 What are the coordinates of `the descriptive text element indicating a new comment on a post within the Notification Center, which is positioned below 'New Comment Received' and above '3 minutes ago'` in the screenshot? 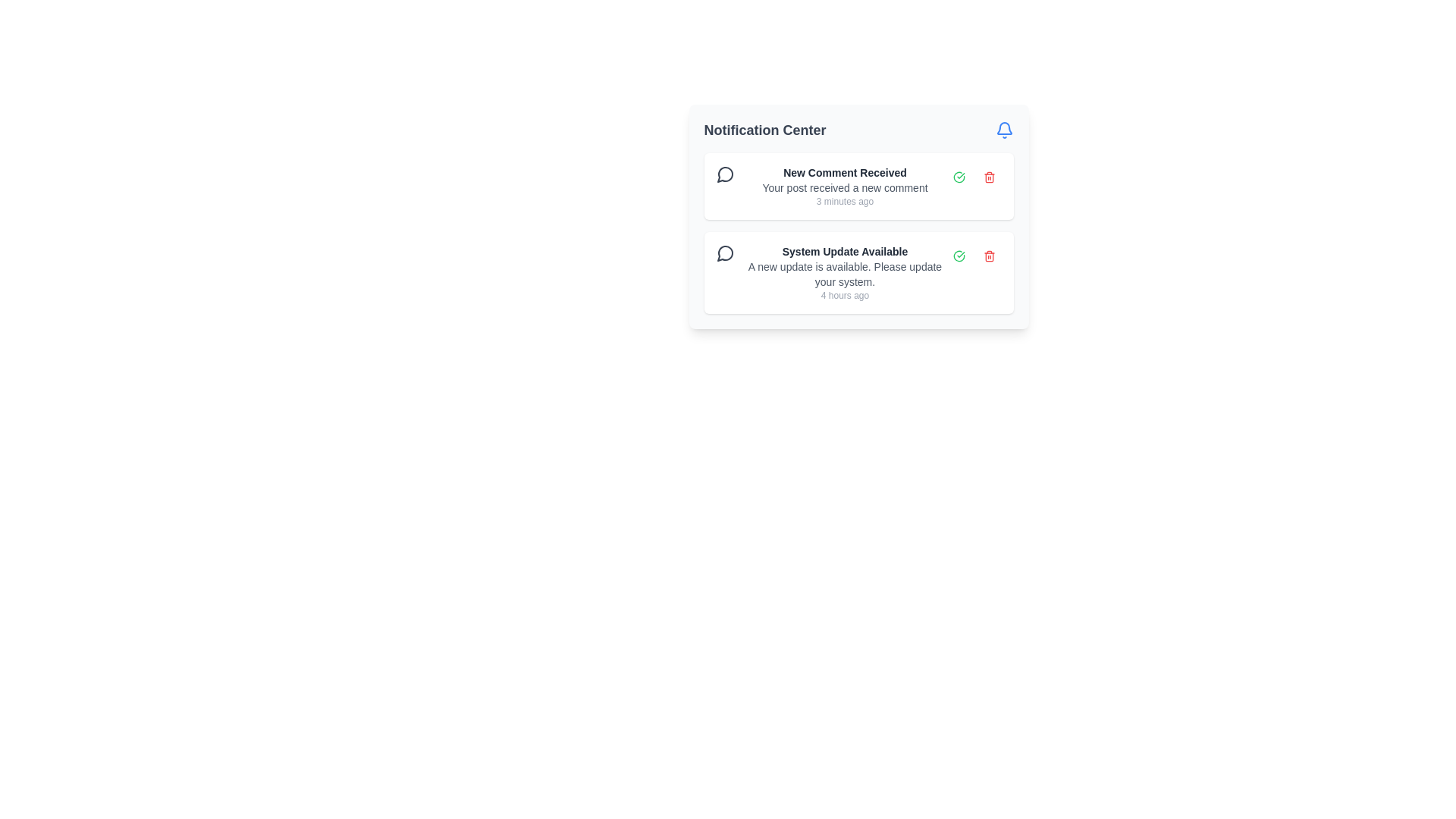 It's located at (844, 187).